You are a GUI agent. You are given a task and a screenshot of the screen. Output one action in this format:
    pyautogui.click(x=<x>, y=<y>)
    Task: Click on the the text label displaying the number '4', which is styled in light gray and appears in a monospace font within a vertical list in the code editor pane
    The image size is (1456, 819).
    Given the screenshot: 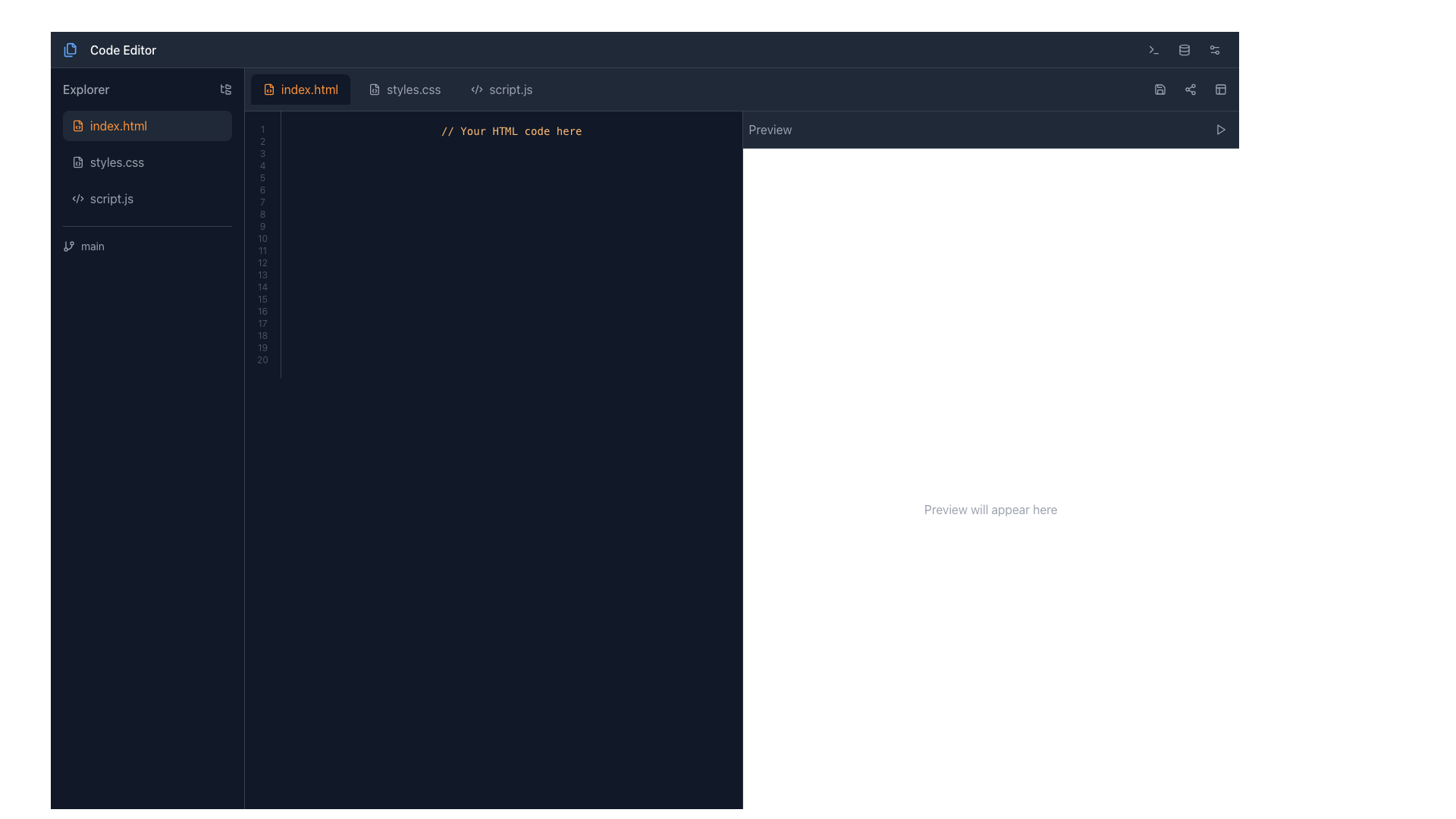 What is the action you would take?
    pyautogui.click(x=262, y=166)
    